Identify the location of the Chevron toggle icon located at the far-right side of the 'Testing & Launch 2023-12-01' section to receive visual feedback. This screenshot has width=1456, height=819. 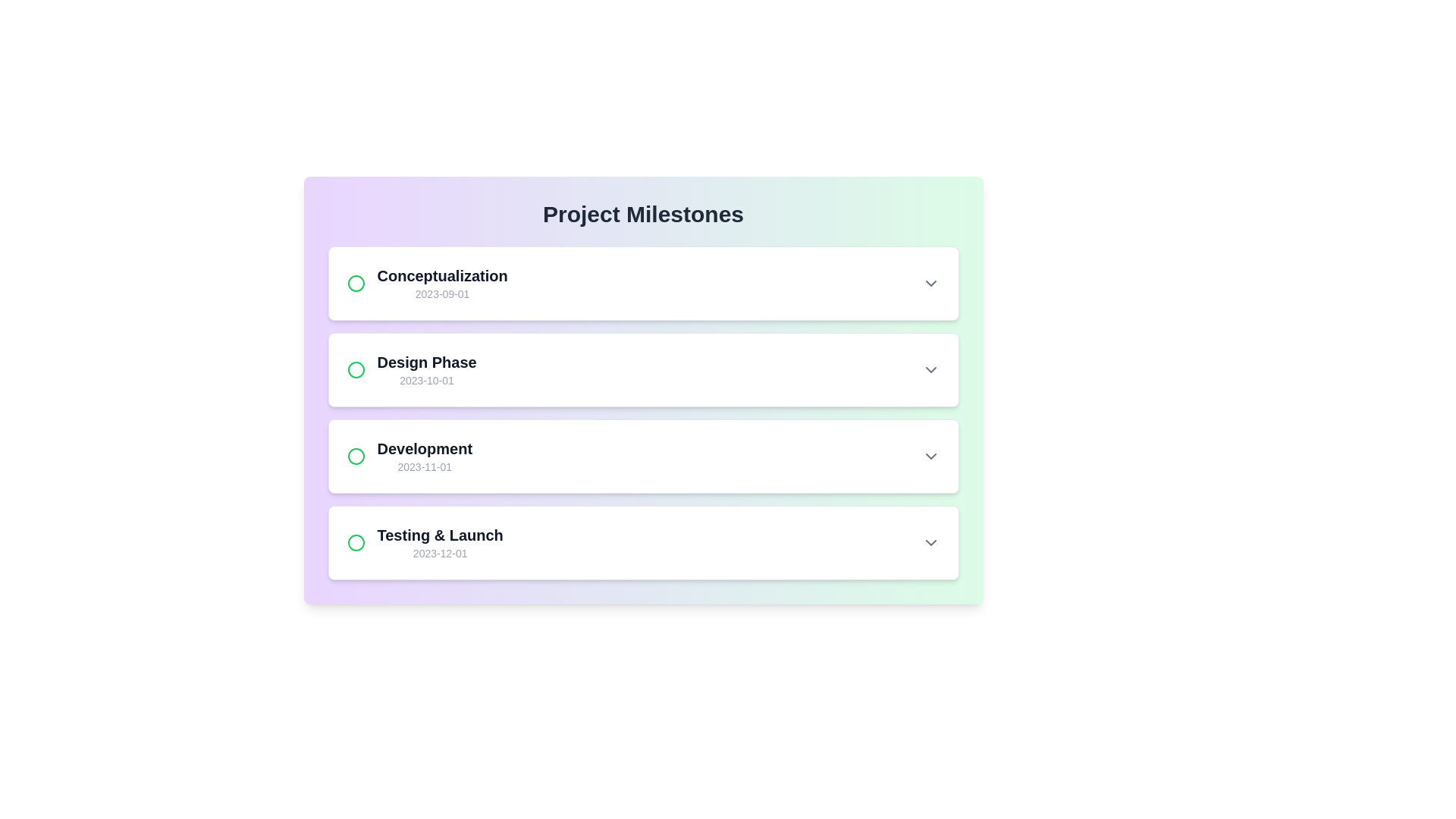
(930, 542).